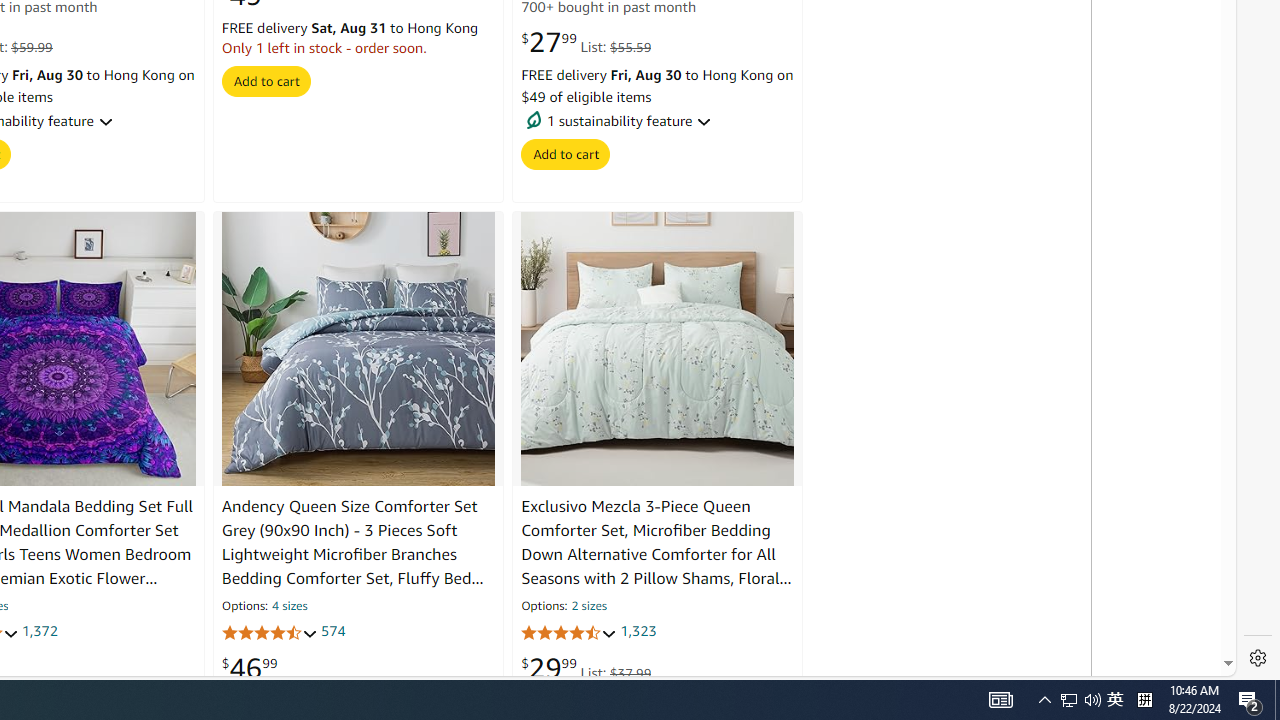  I want to click on '$27.99 List: $55.59', so click(585, 43).